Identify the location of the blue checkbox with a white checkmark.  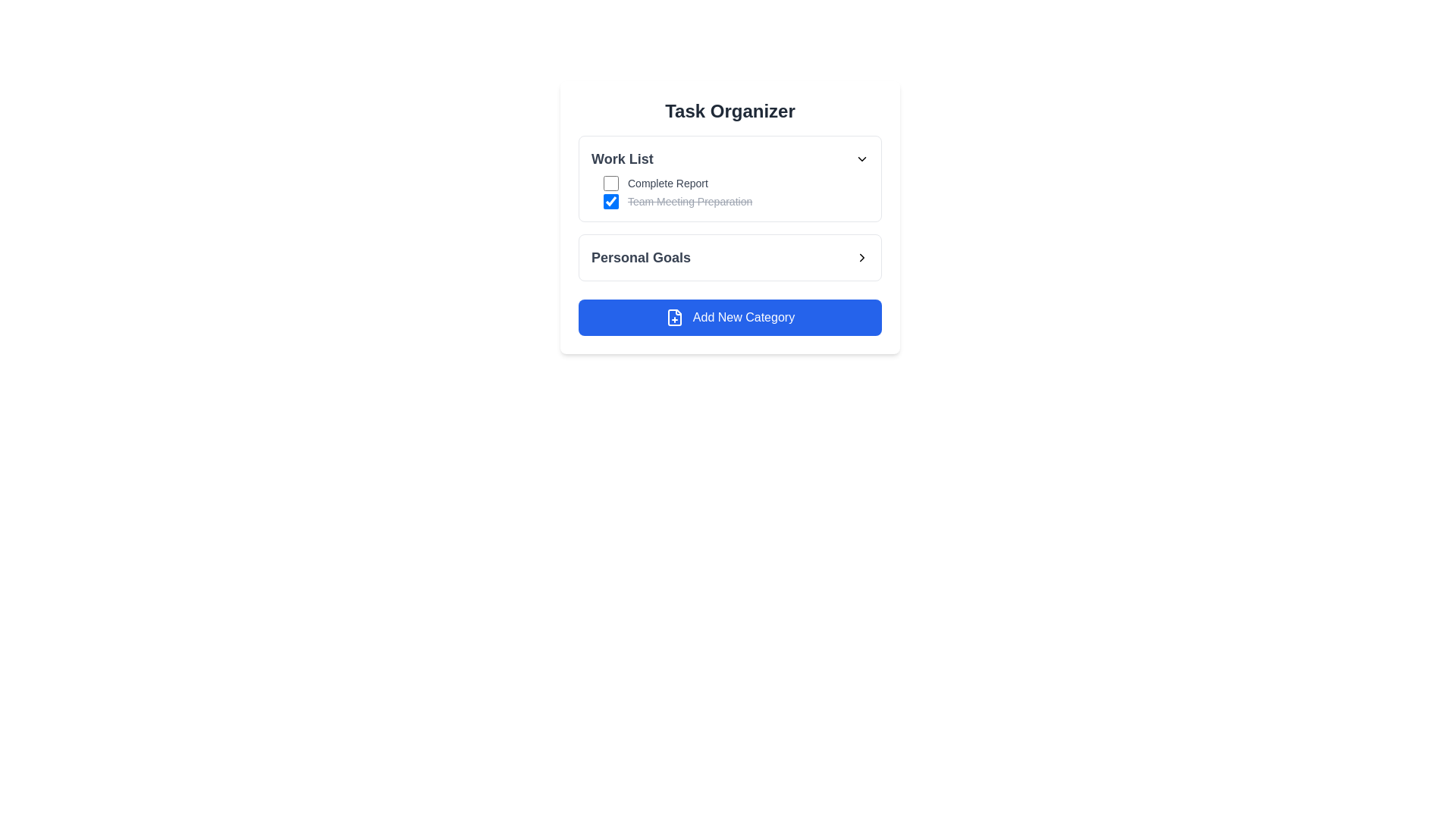
(611, 201).